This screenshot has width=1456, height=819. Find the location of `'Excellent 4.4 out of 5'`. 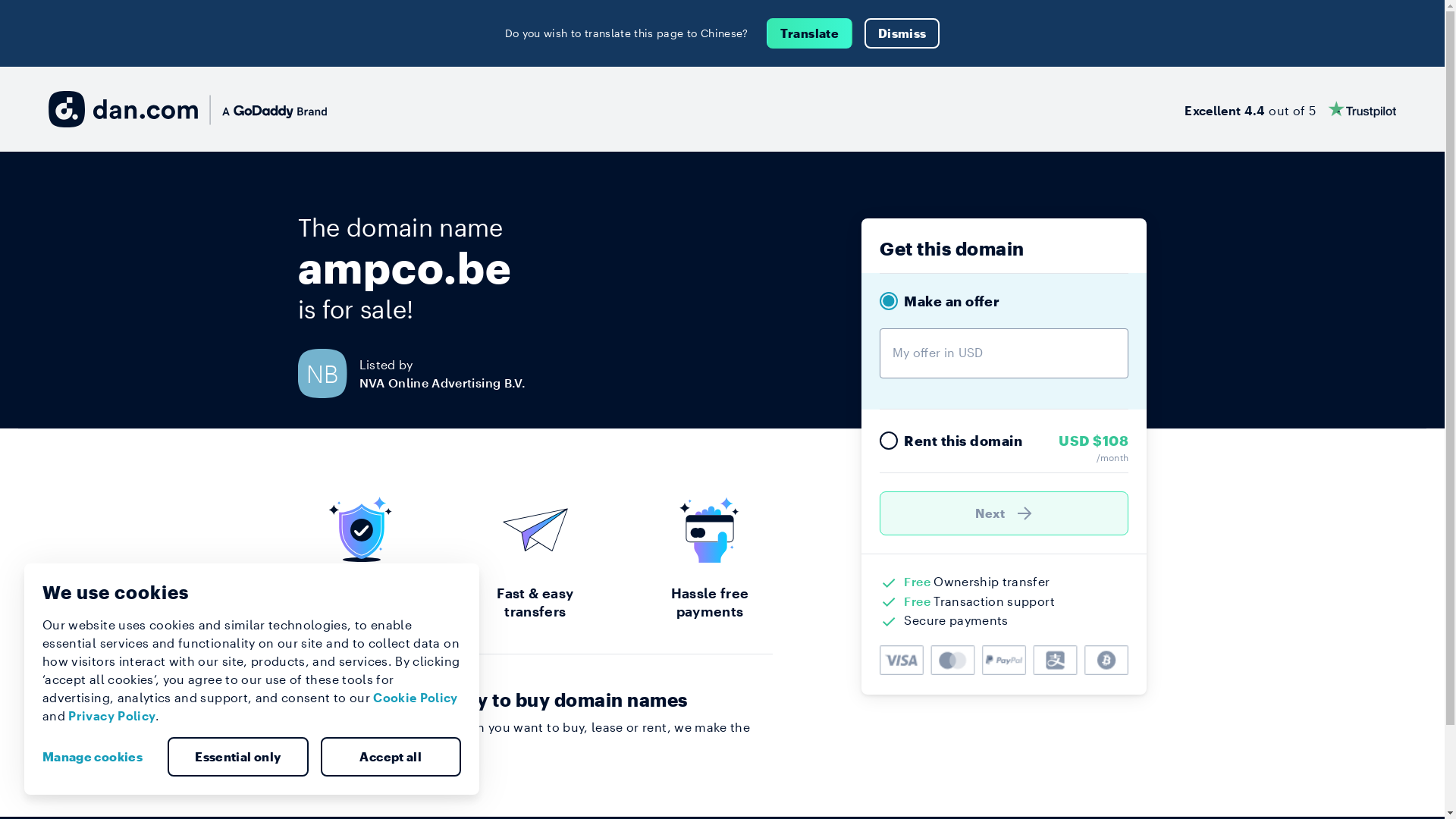

'Excellent 4.4 out of 5' is located at coordinates (1289, 108).